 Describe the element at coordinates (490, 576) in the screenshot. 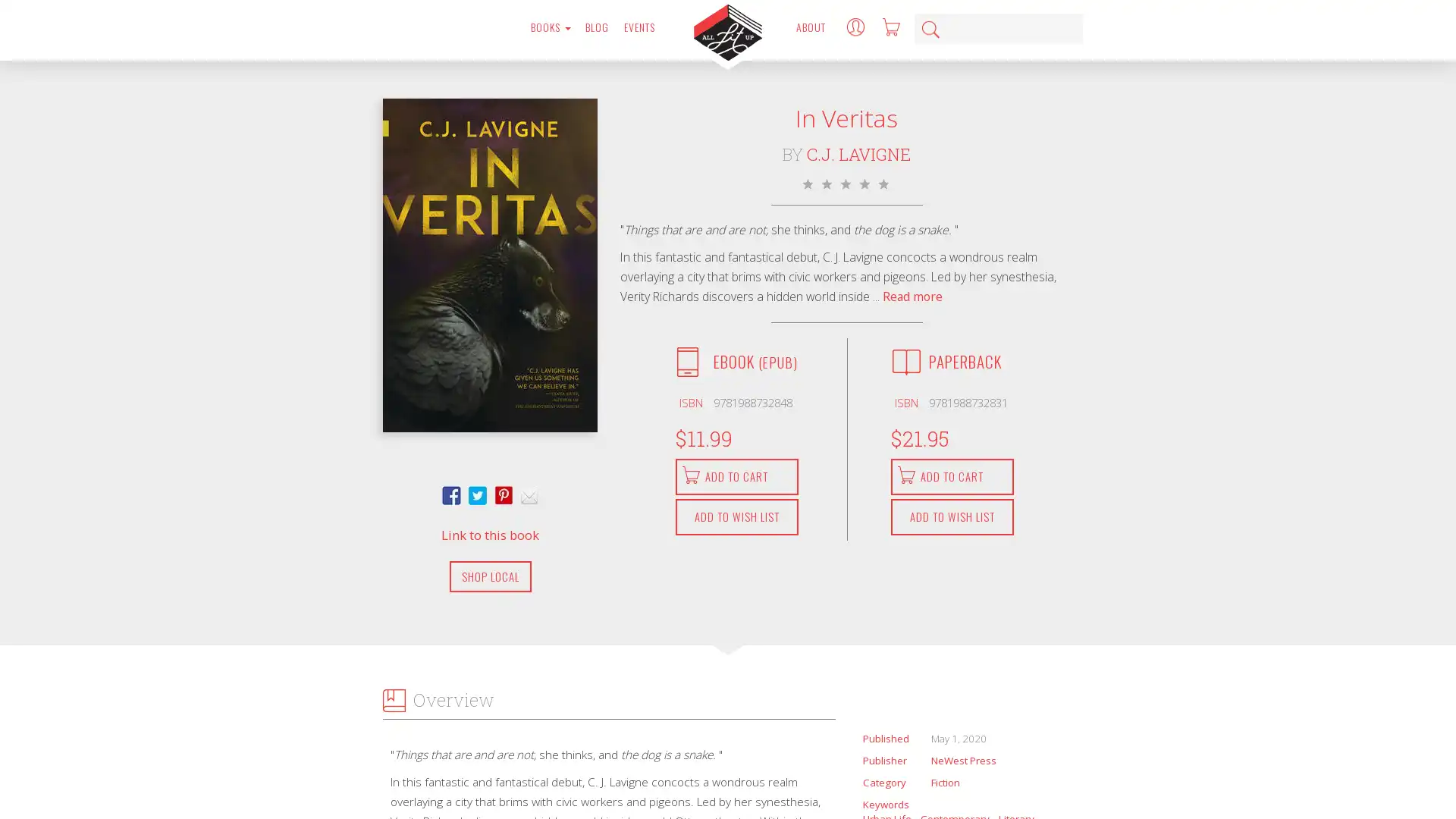

I see `SHOP LOCAL` at that location.